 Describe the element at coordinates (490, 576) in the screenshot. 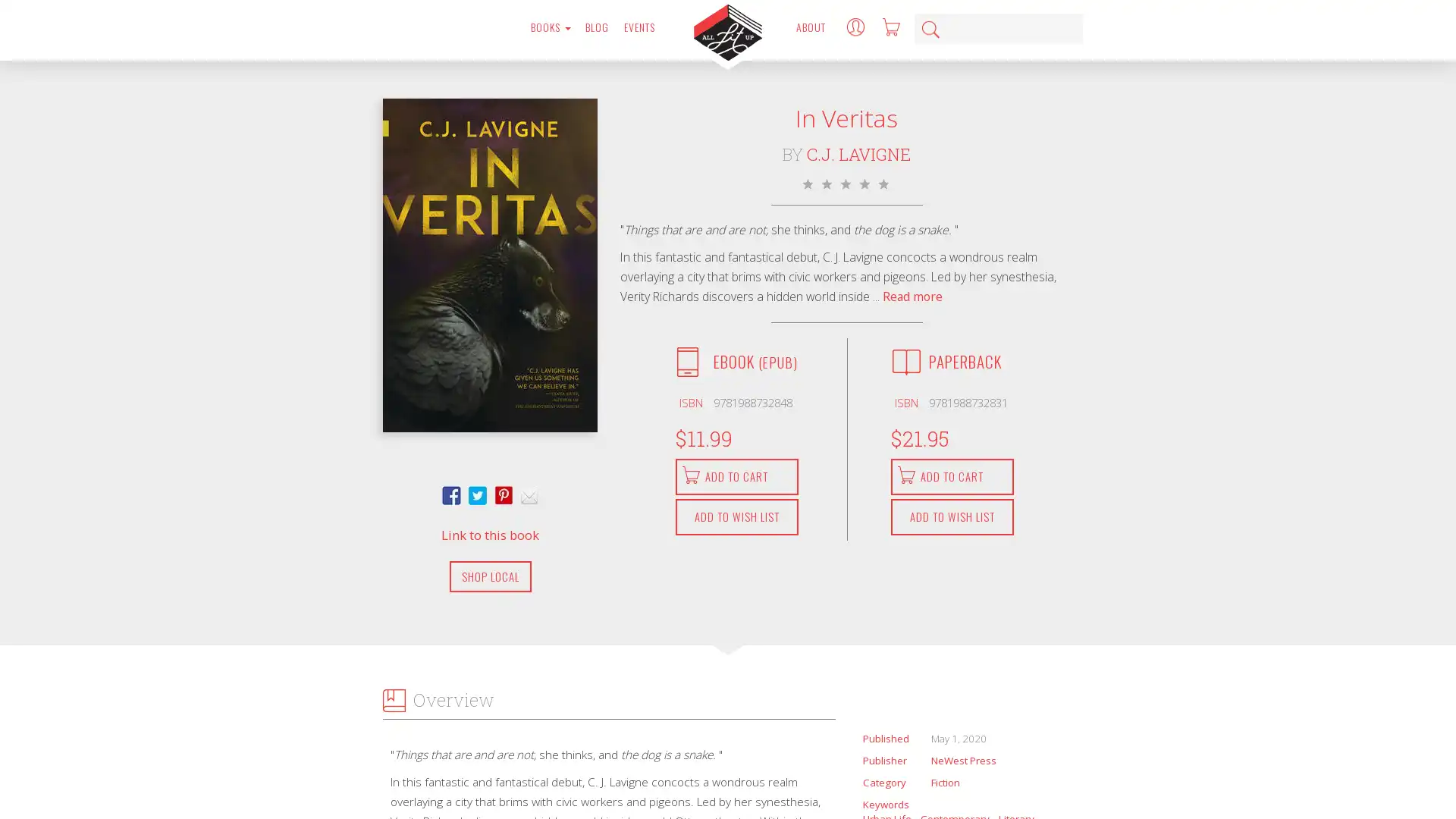

I see `SHOP LOCAL` at that location.